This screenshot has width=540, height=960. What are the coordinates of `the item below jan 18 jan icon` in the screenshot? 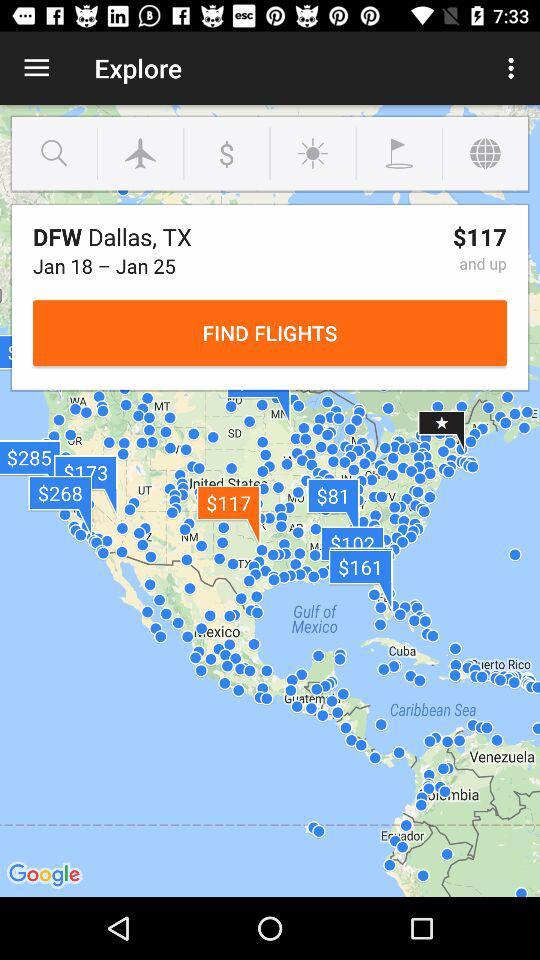 It's located at (270, 333).